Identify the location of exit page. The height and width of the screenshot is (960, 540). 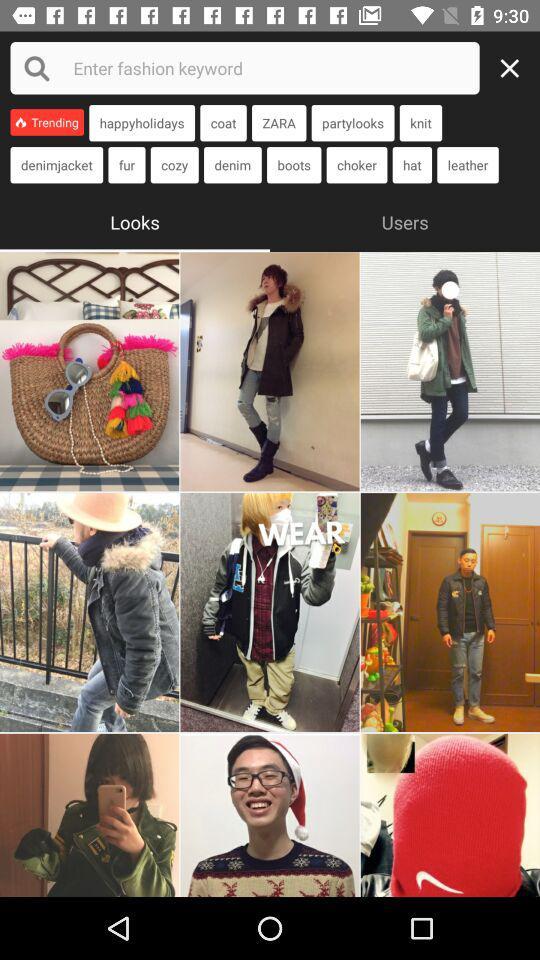
(515, 68).